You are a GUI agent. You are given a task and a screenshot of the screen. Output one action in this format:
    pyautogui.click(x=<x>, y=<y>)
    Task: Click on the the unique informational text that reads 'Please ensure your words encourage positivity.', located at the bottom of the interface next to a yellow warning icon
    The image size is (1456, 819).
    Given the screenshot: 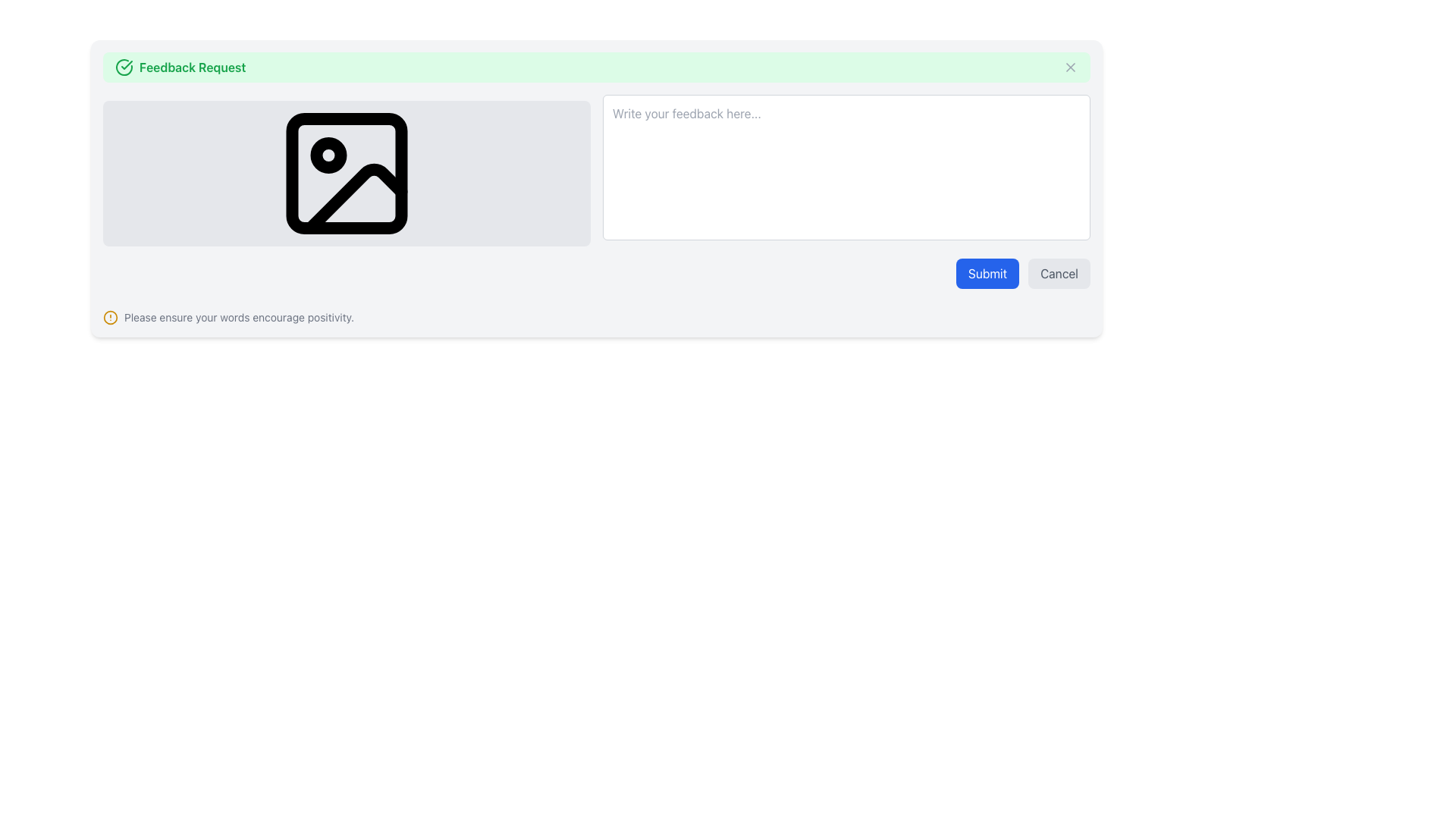 What is the action you would take?
    pyautogui.click(x=238, y=317)
    